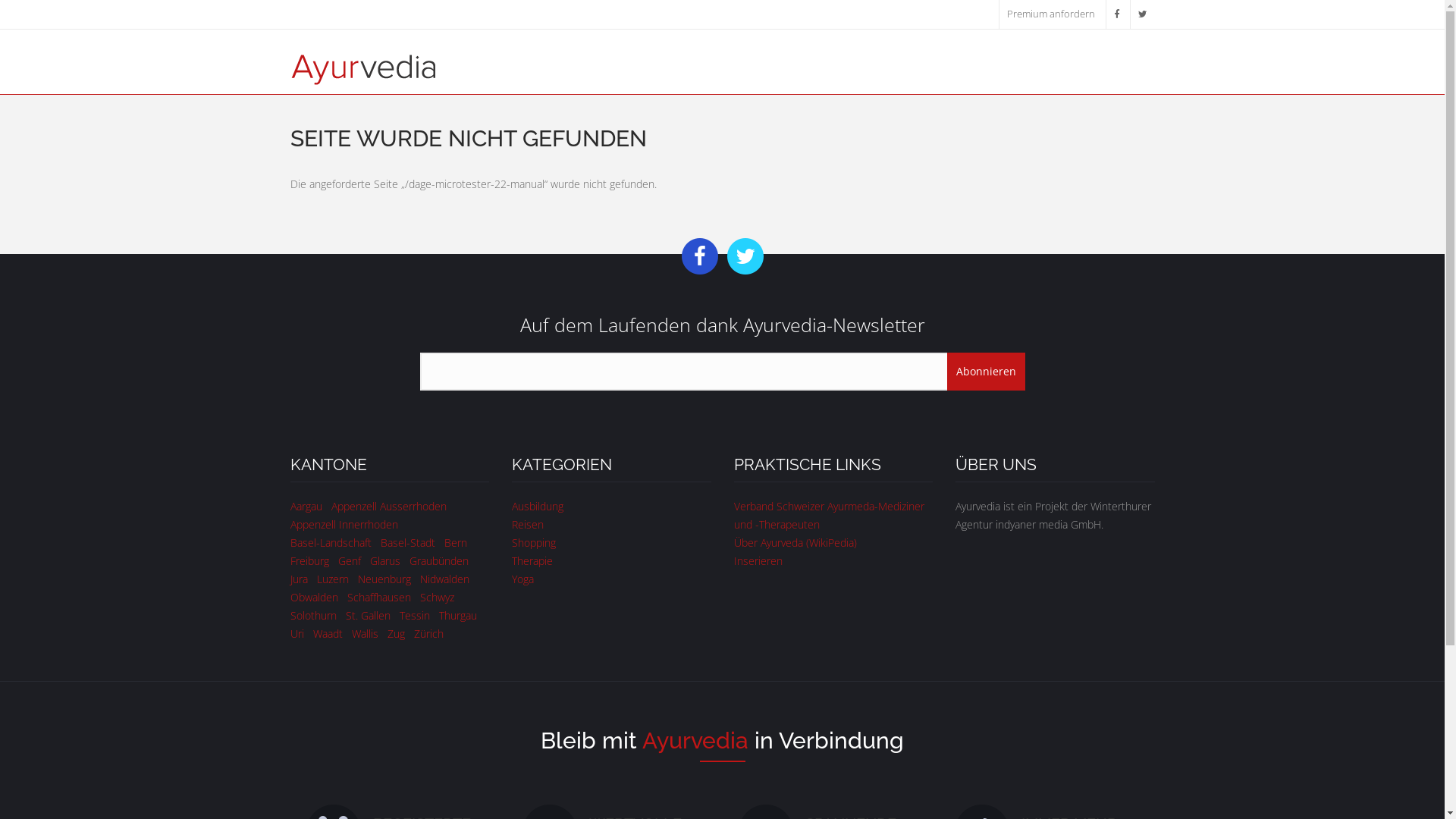  Describe the element at coordinates (437, 615) in the screenshot. I see `'Thurgau'` at that location.